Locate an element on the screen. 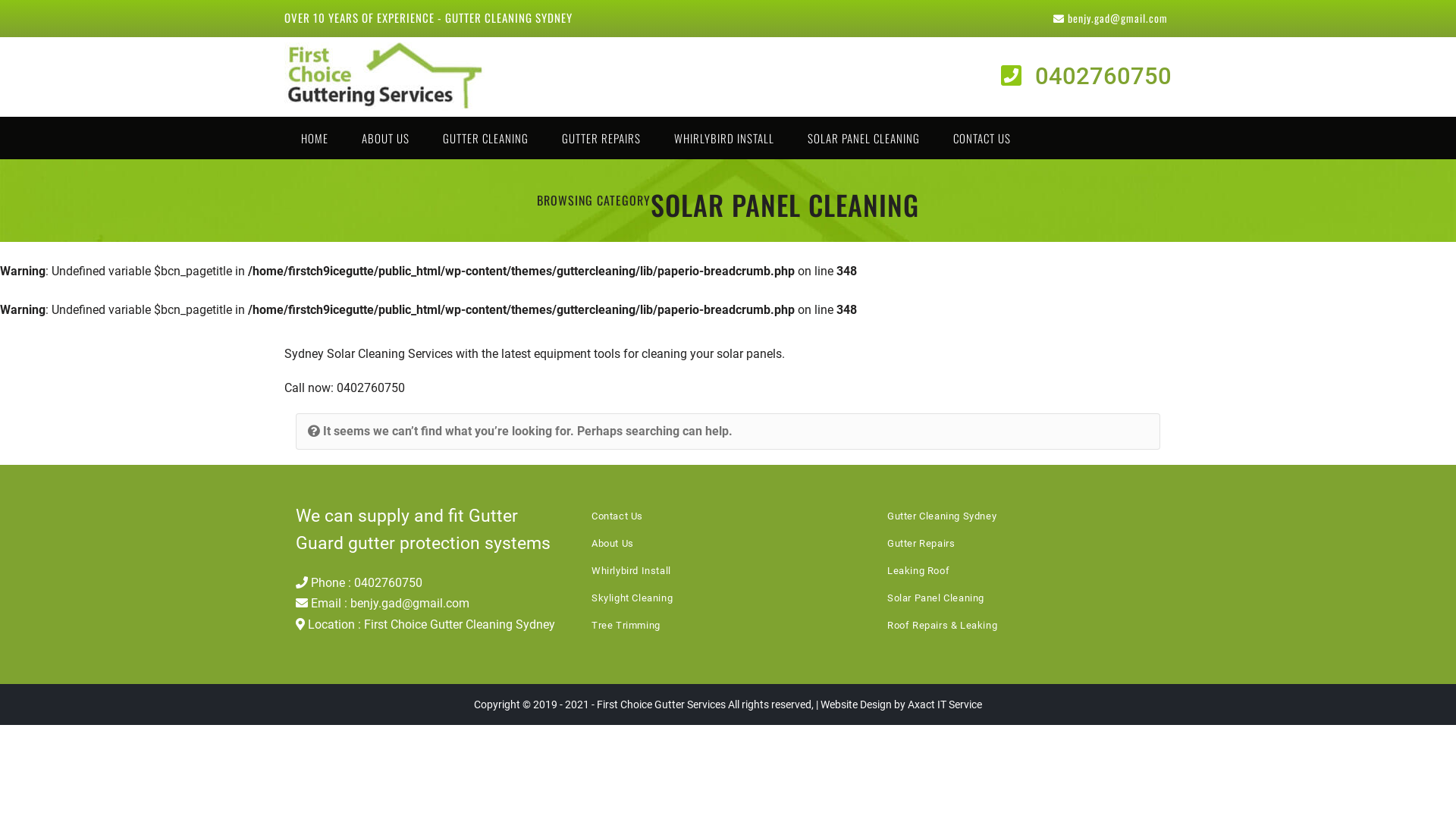 The width and height of the screenshot is (1456, 819). 'Website Design' is located at coordinates (855, 704).